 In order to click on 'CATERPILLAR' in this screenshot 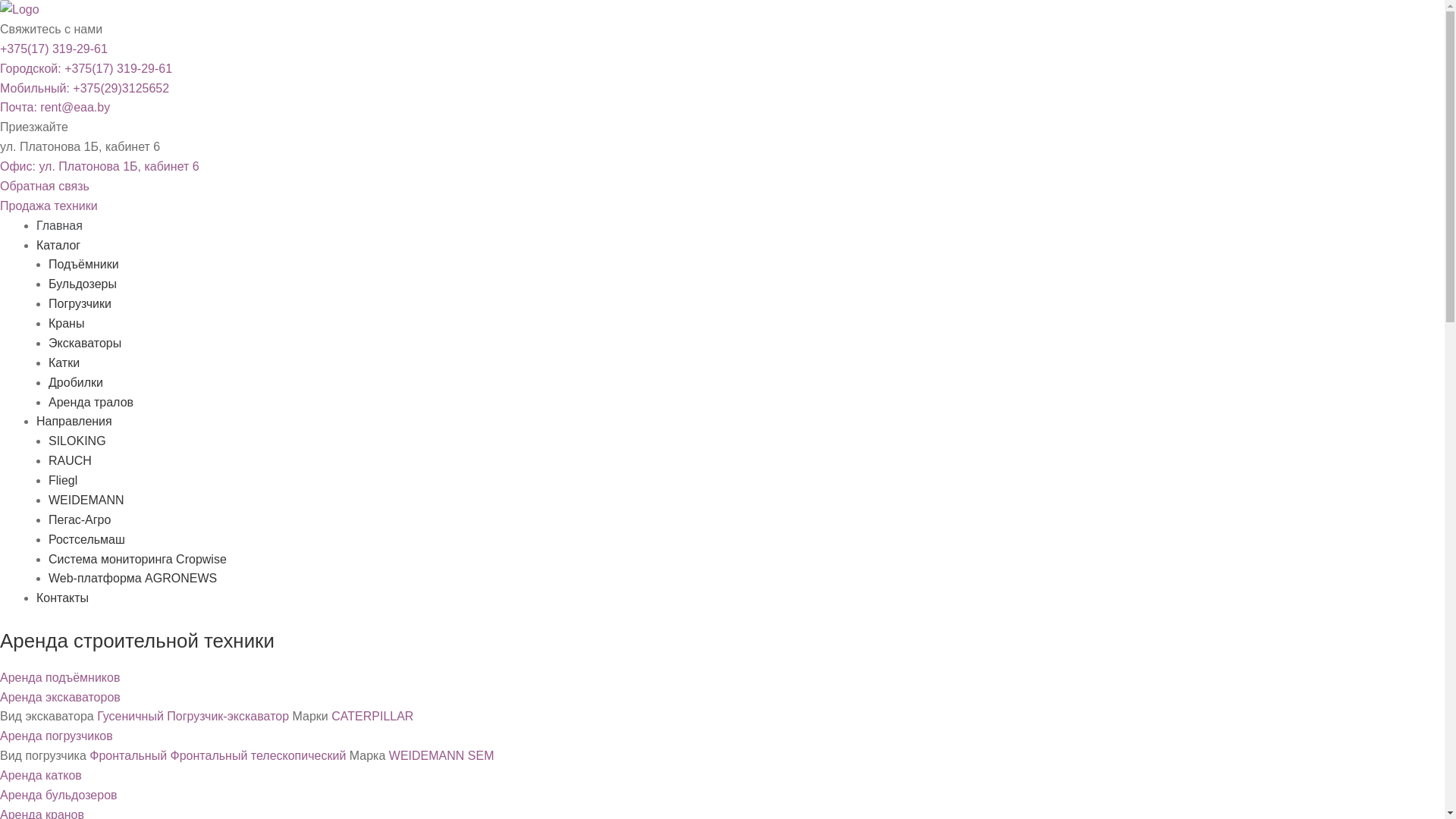, I will do `click(372, 716)`.